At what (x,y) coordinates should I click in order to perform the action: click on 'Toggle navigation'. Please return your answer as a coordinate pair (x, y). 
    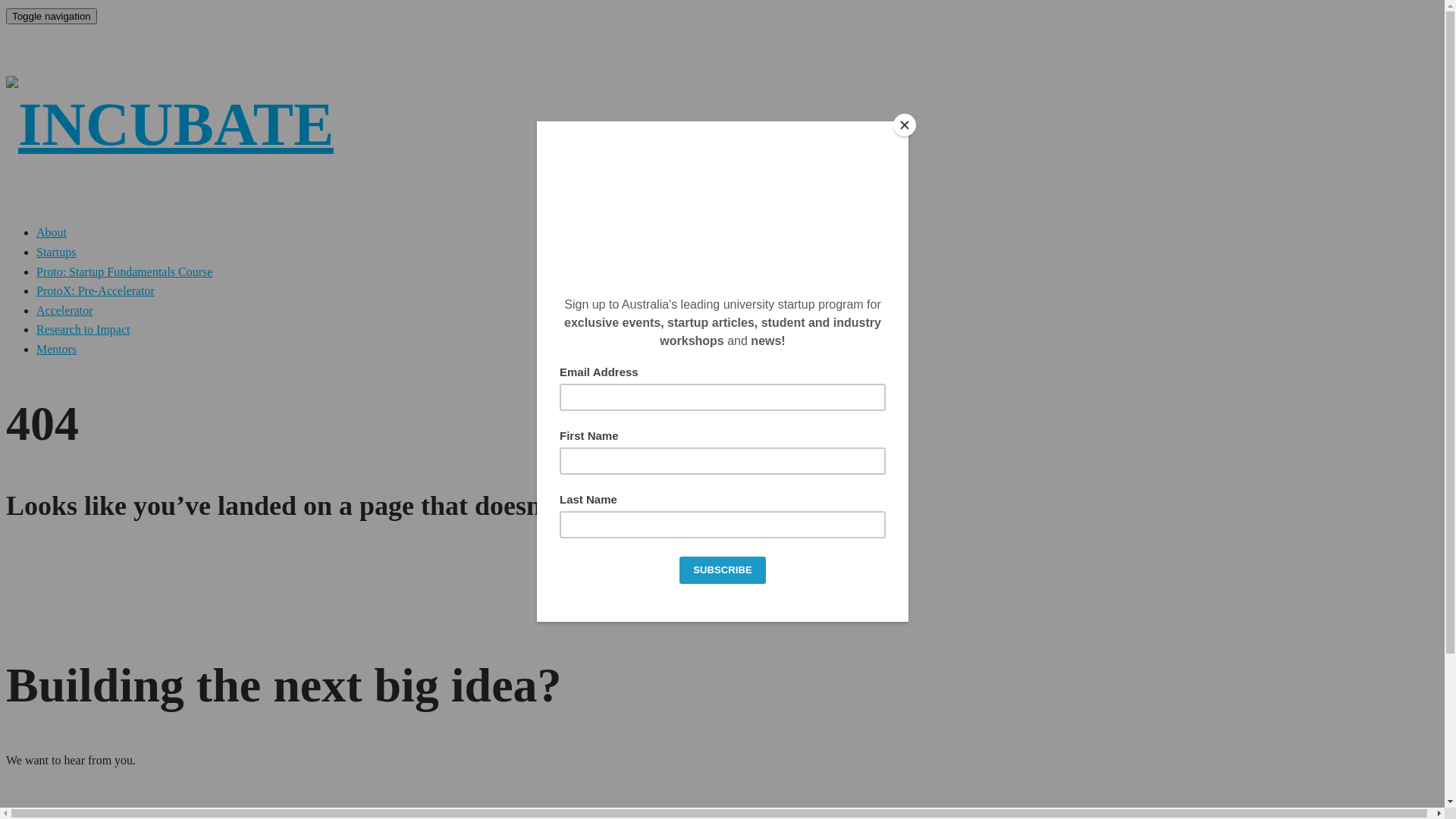
    Looking at the image, I should click on (6, 16).